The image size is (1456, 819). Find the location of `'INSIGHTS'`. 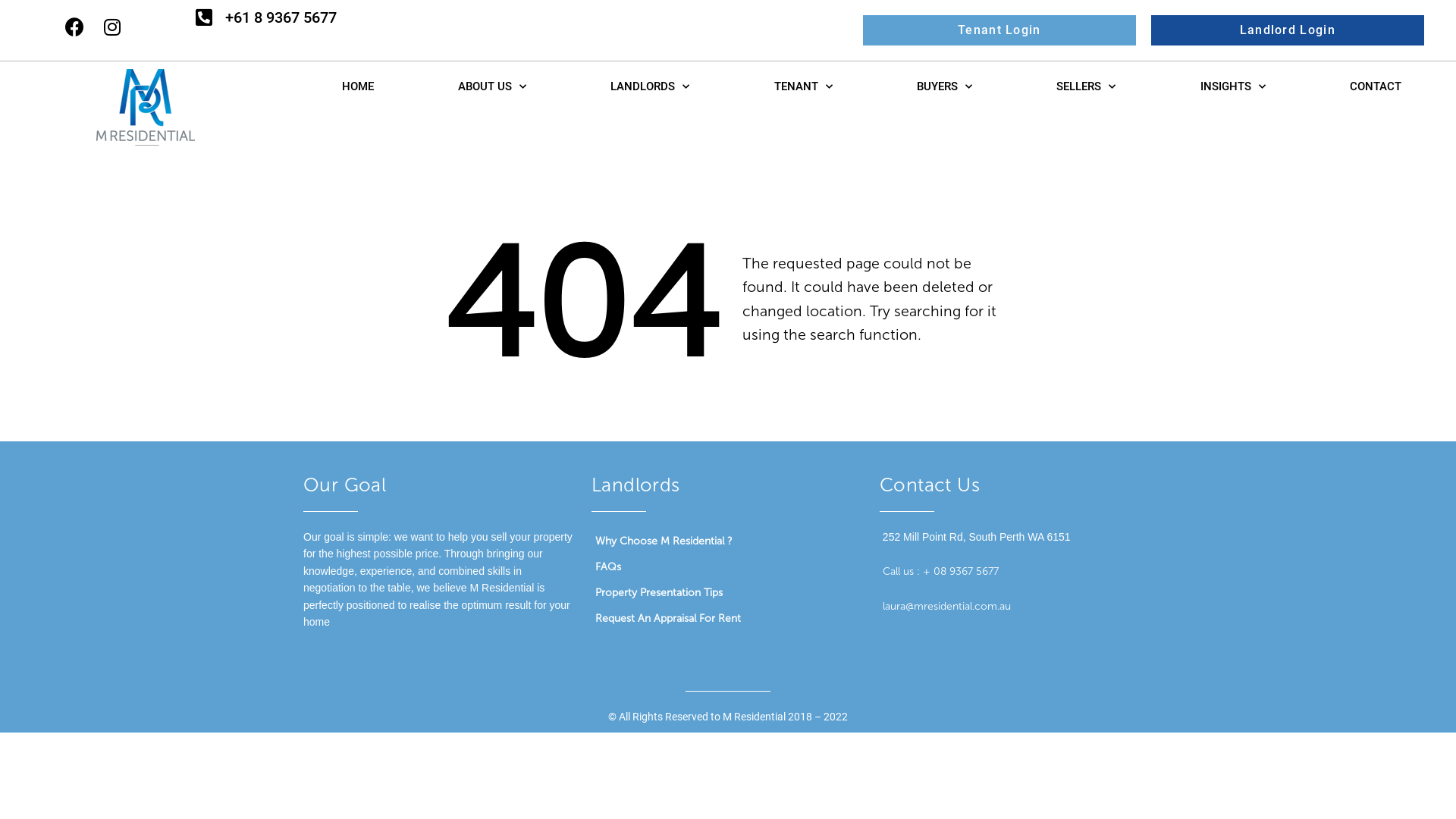

'INSIGHTS' is located at coordinates (1156, 86).